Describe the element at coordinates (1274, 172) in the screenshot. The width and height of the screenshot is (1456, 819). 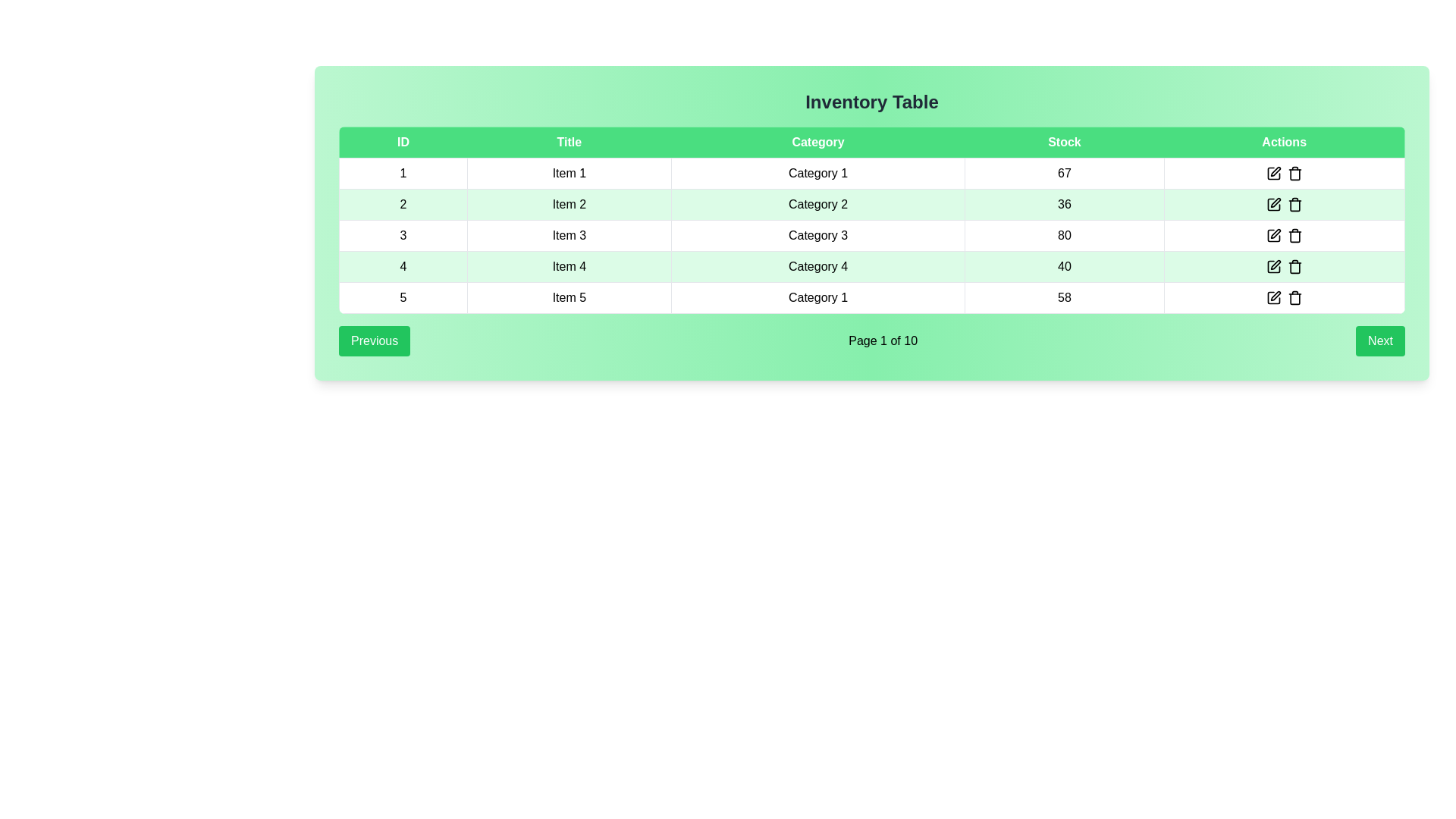
I see `the edit icon button, which resembles a pen, located in the 'Actions' column of the first row in the inventory table` at that location.